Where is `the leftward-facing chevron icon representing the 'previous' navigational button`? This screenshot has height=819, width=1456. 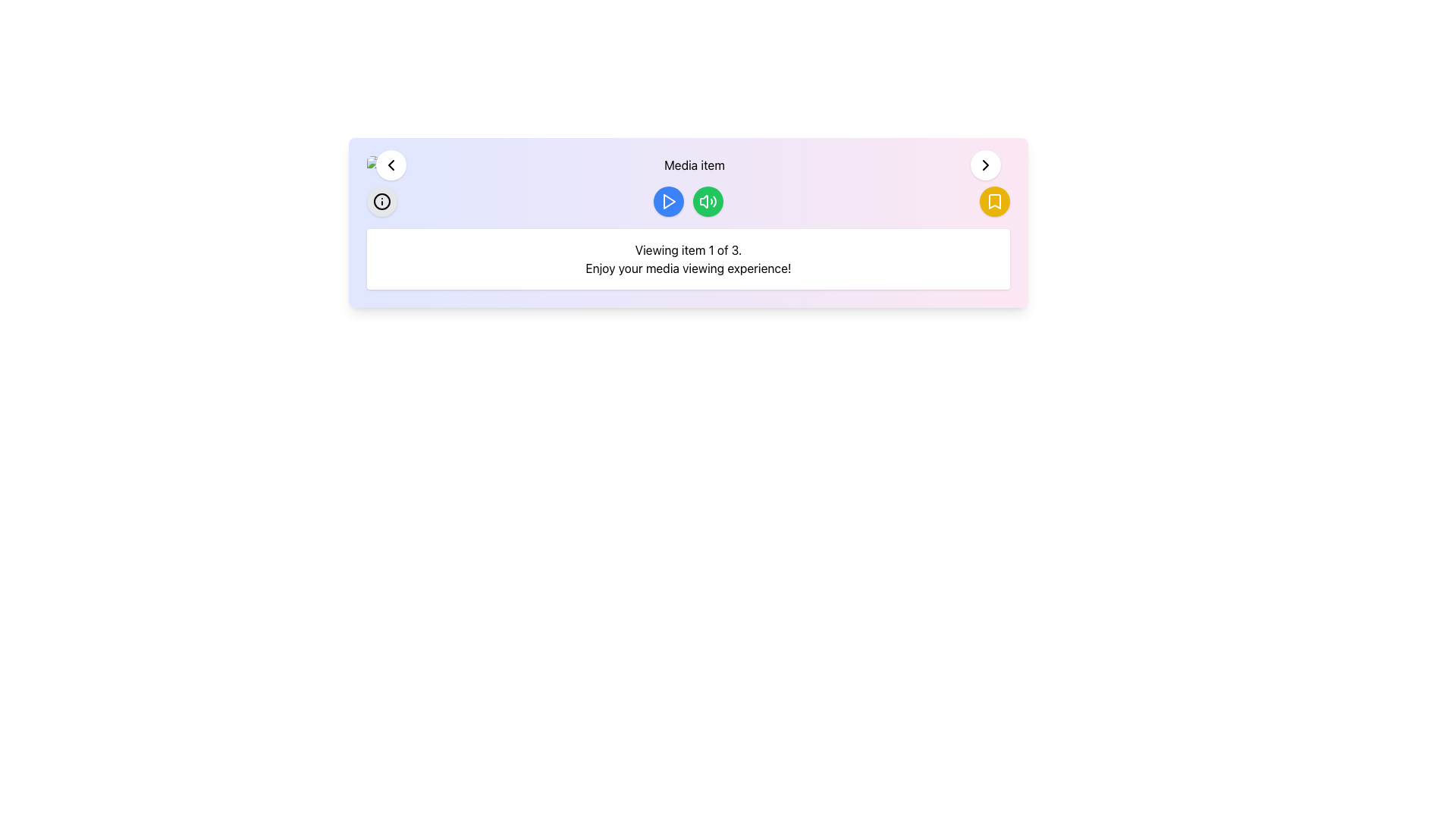
the leftward-facing chevron icon representing the 'previous' navigational button is located at coordinates (391, 165).